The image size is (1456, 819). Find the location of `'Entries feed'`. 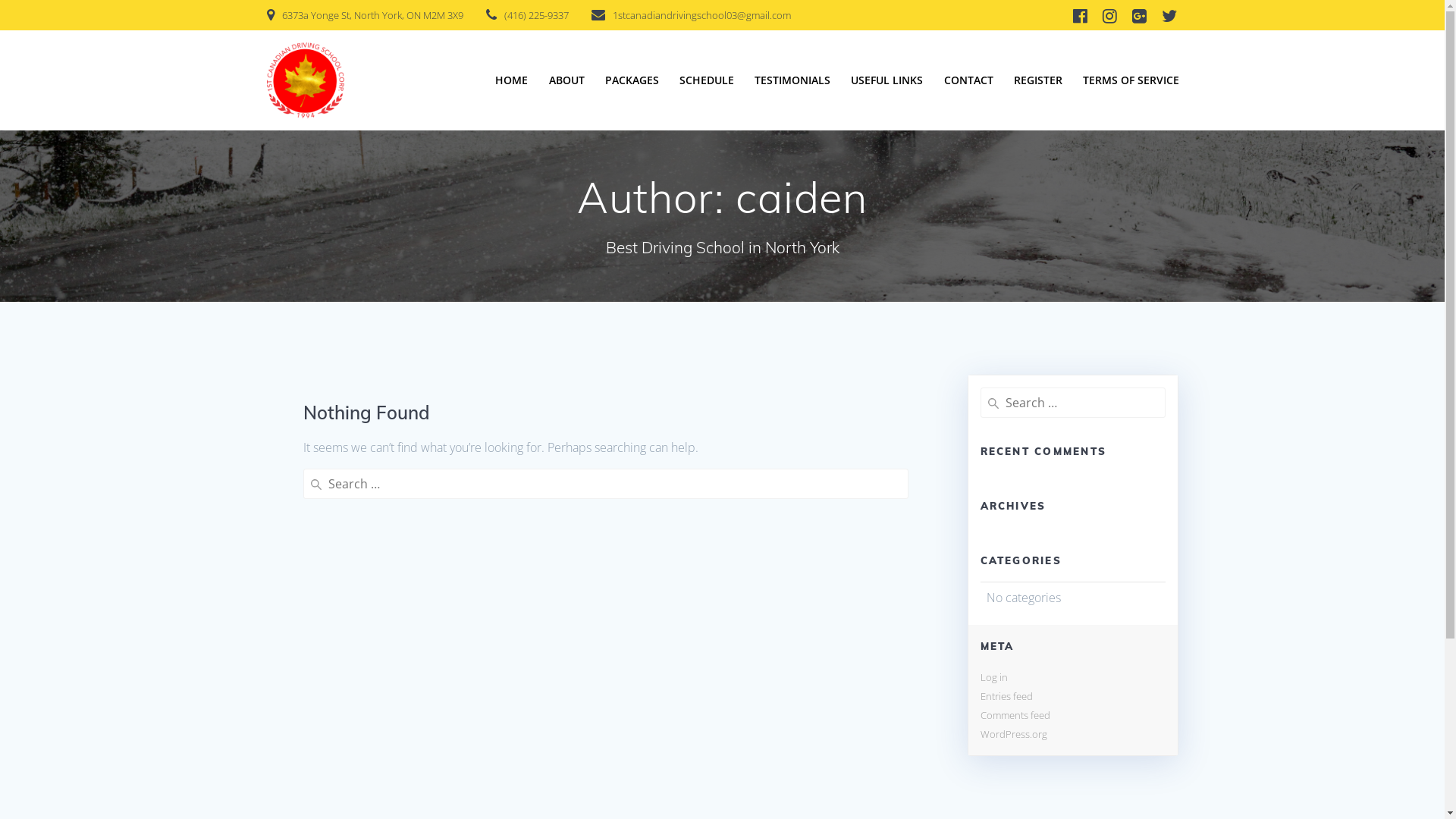

'Entries feed' is located at coordinates (1006, 696).